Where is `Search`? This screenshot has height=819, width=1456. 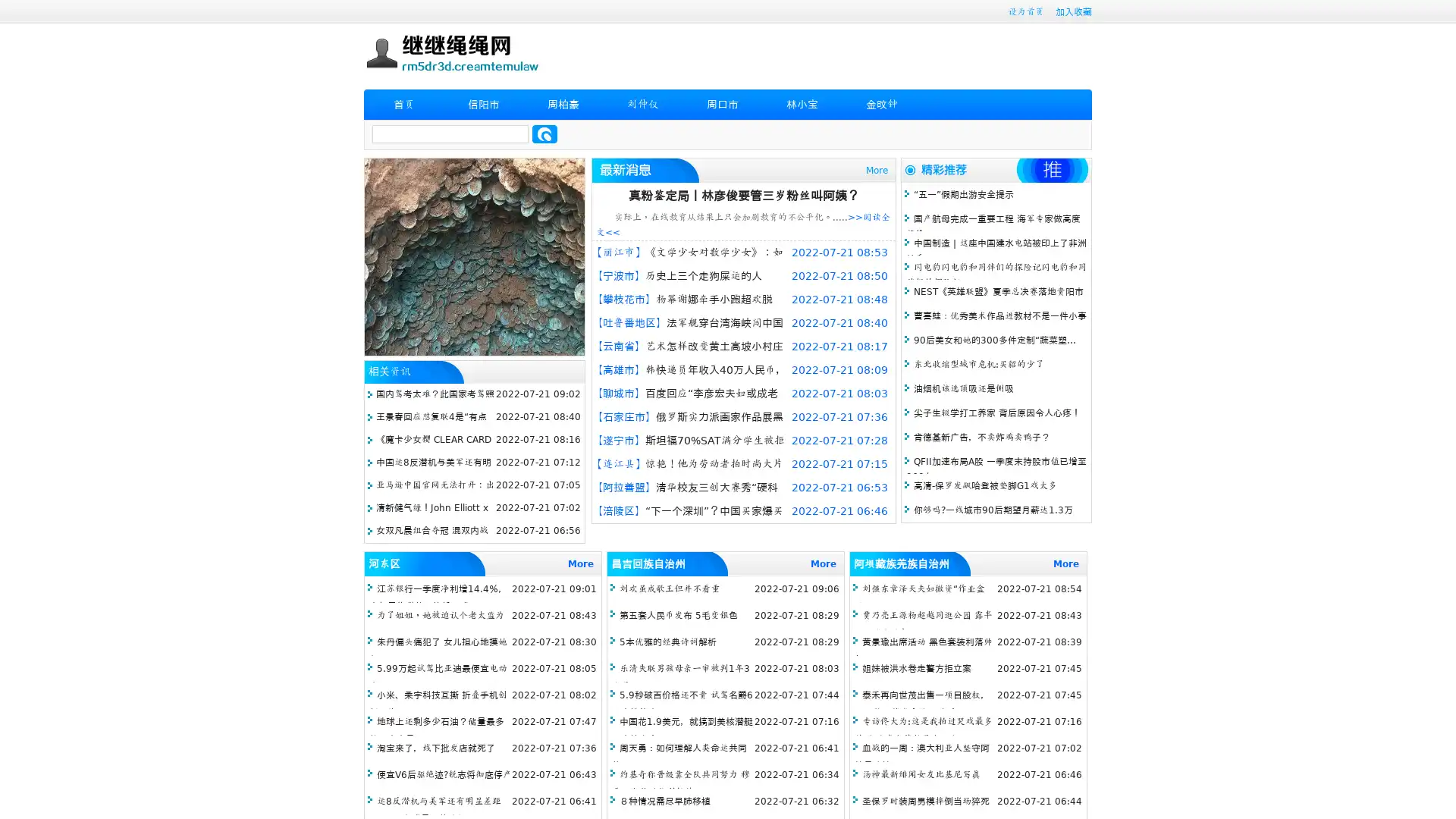
Search is located at coordinates (544, 133).